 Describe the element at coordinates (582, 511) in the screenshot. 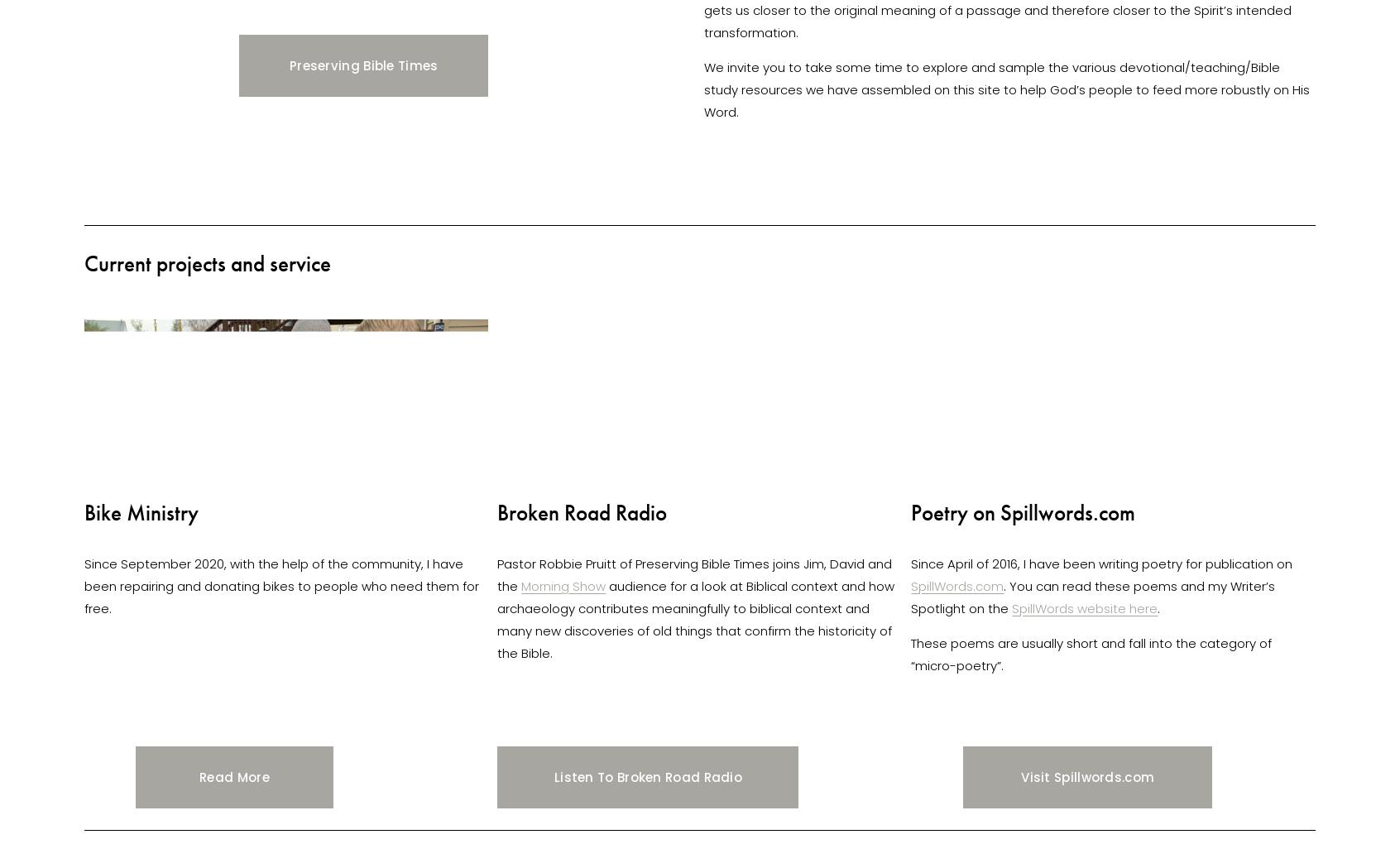

I see `'Broken Road Radio'` at that location.